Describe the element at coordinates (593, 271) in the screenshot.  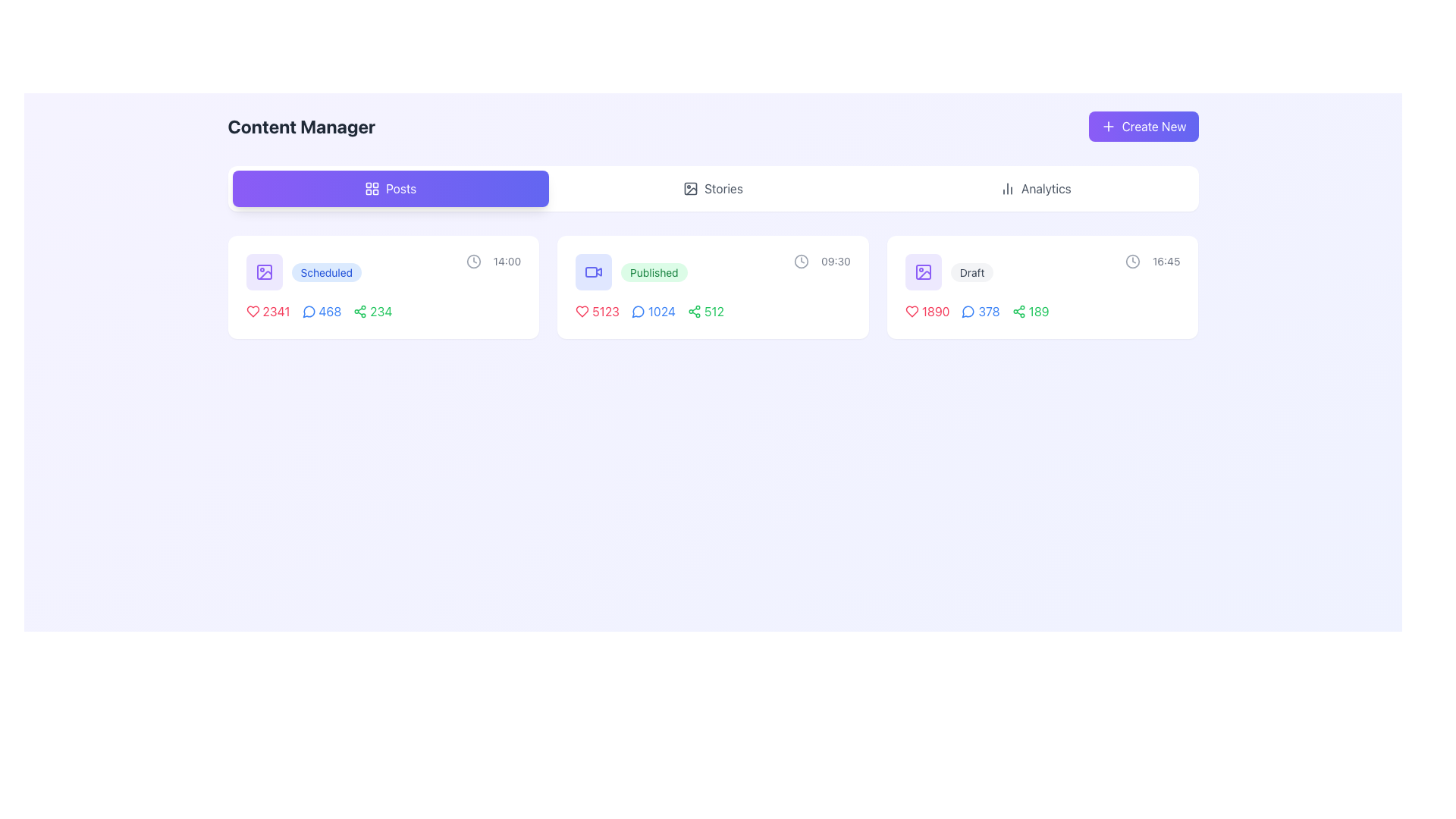
I see `the Icon button with a video camera icon, which has a light indigo background and is located` at that location.